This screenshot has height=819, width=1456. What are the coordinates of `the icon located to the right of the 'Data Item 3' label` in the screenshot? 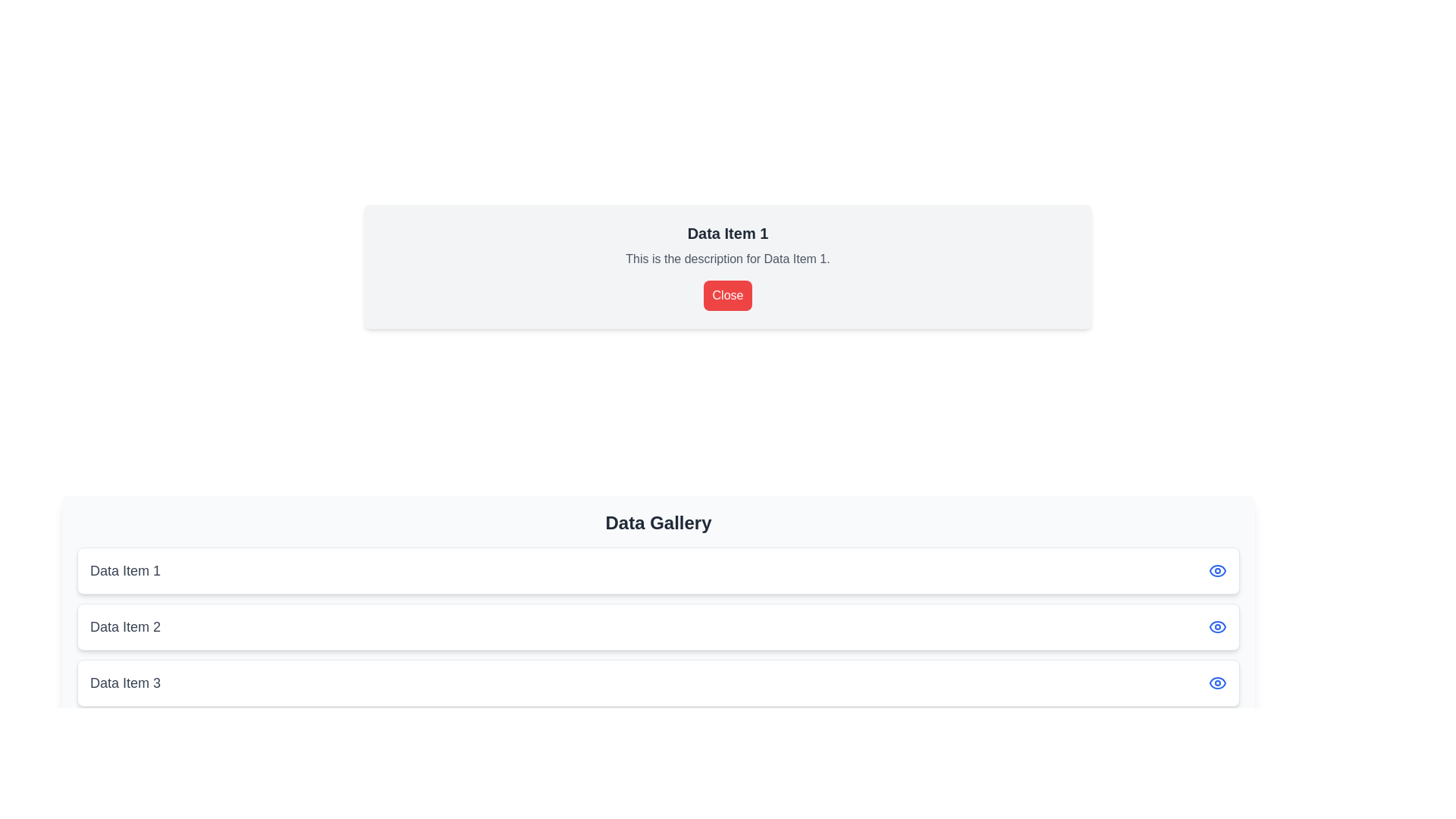 It's located at (1218, 683).